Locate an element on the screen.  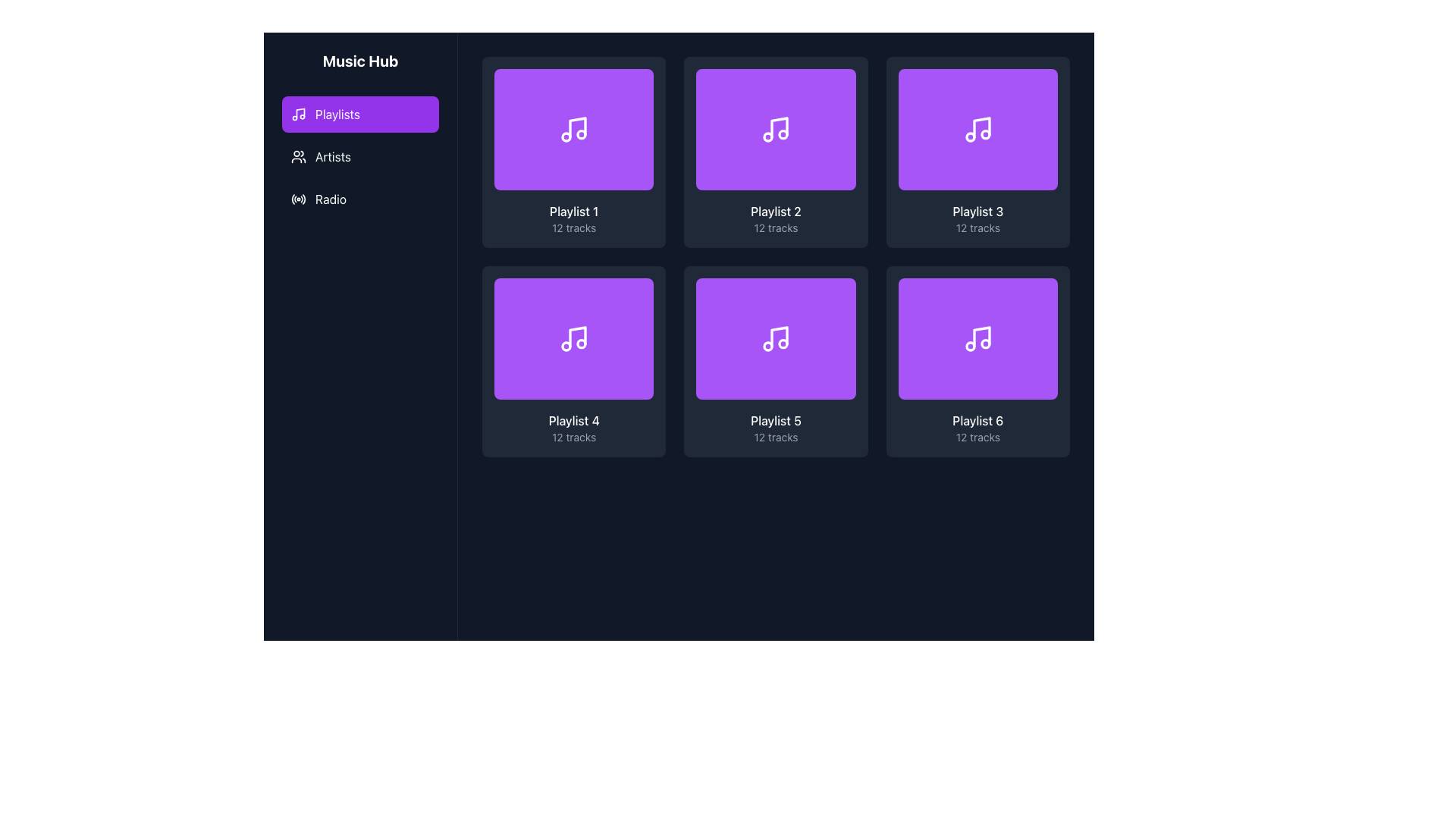
the vertical segment of the musical note icon within the SVG, which is located in the sidebar between the 'Music Hub' label and the 'Artists' option is located at coordinates (300, 112).